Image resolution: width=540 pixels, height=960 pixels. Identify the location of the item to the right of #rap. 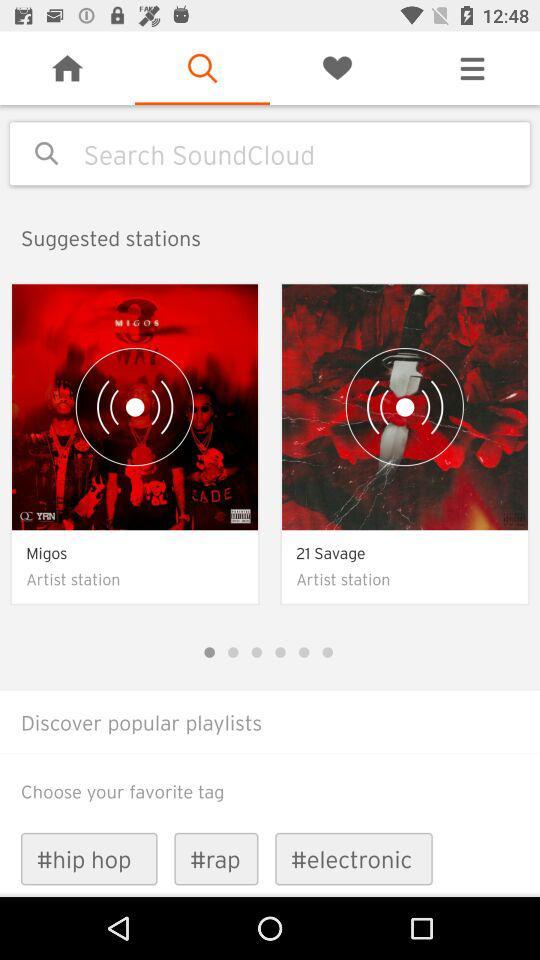
(353, 858).